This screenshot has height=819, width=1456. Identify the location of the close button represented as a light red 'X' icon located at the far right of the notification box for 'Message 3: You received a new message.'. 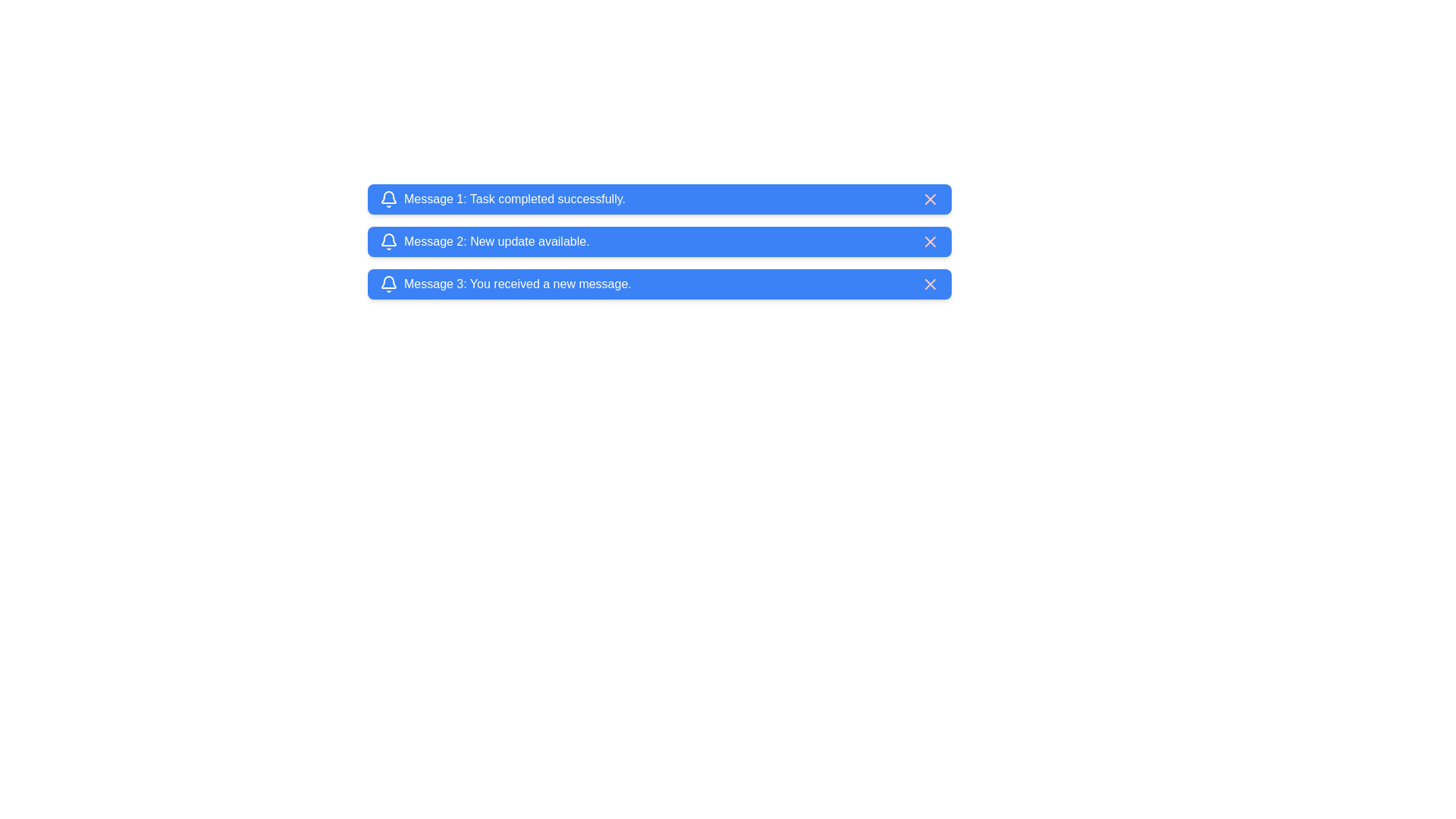
(930, 284).